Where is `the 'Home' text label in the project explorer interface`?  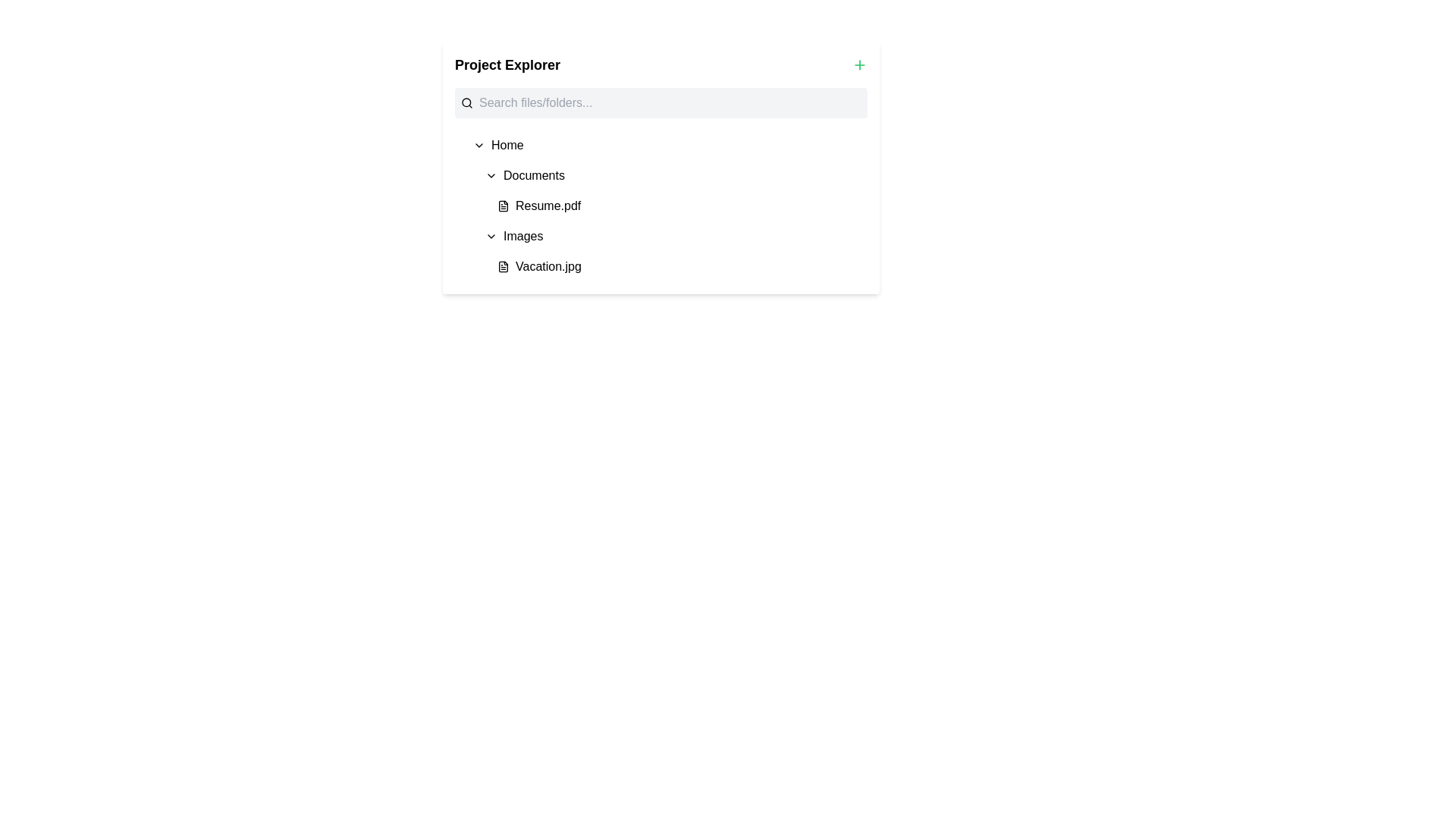 the 'Home' text label in the project explorer interface is located at coordinates (507, 146).